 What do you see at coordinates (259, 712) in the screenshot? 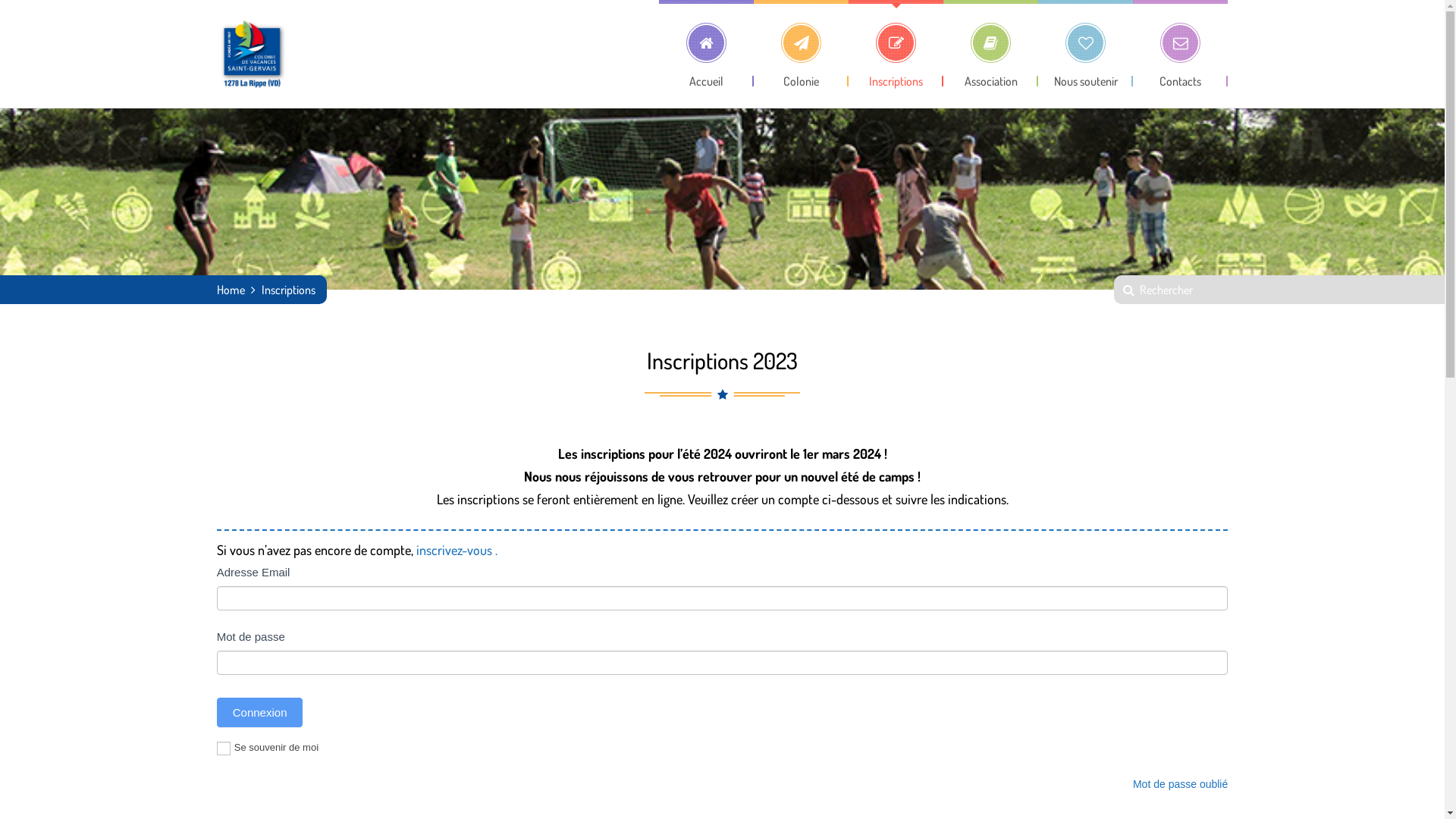
I see `'Connexion'` at bounding box center [259, 712].